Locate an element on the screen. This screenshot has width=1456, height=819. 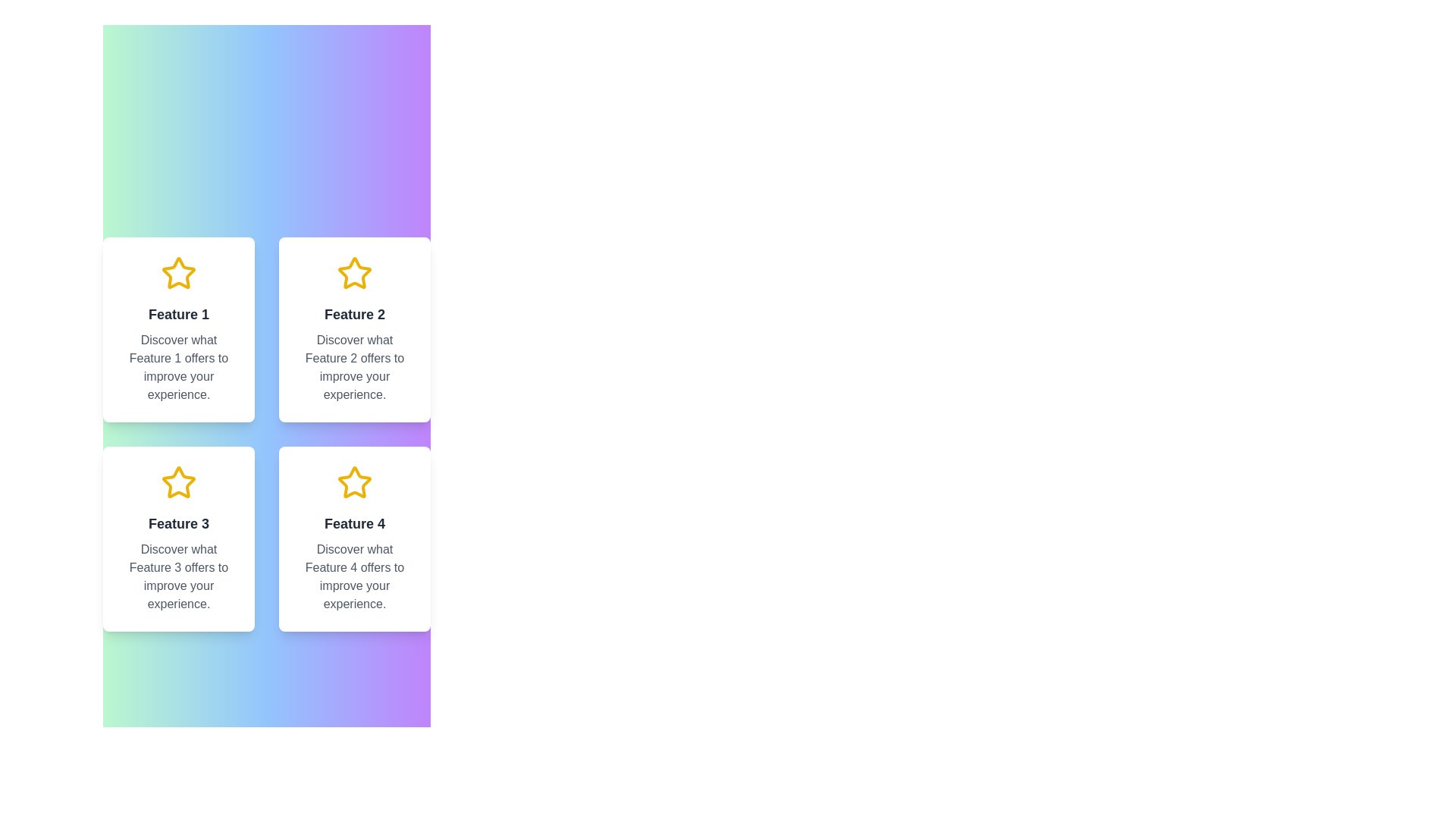
the Informational card titled 'Feature 2', which is the second card in a 2x2 grid layout, located in the top right position and features a yellow star icon and a bold heading is located at coordinates (353, 329).